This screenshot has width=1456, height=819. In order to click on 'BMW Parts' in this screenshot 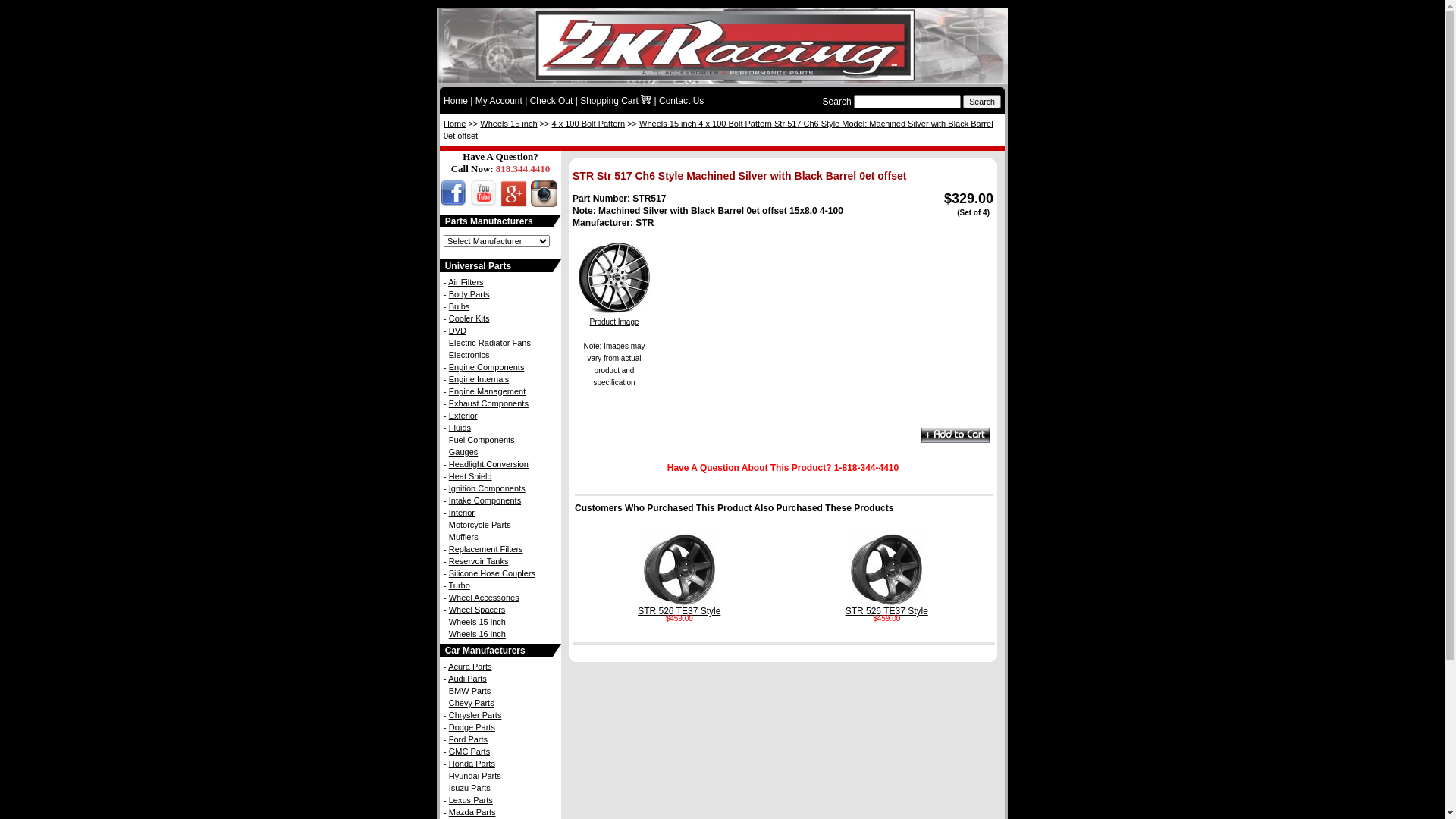, I will do `click(469, 690)`.